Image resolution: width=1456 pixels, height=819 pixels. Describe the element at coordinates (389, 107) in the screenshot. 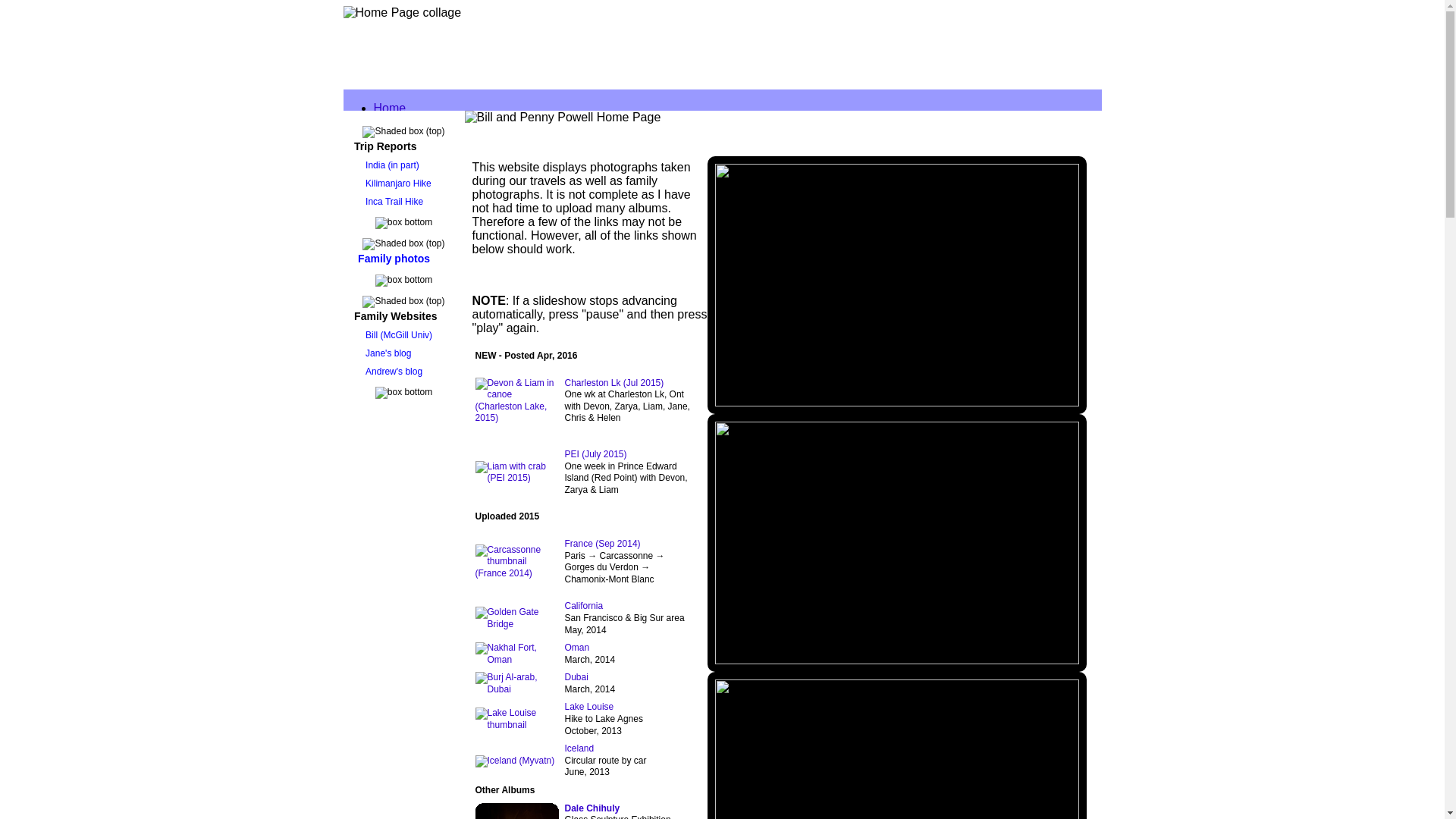

I see `'Home'` at that location.